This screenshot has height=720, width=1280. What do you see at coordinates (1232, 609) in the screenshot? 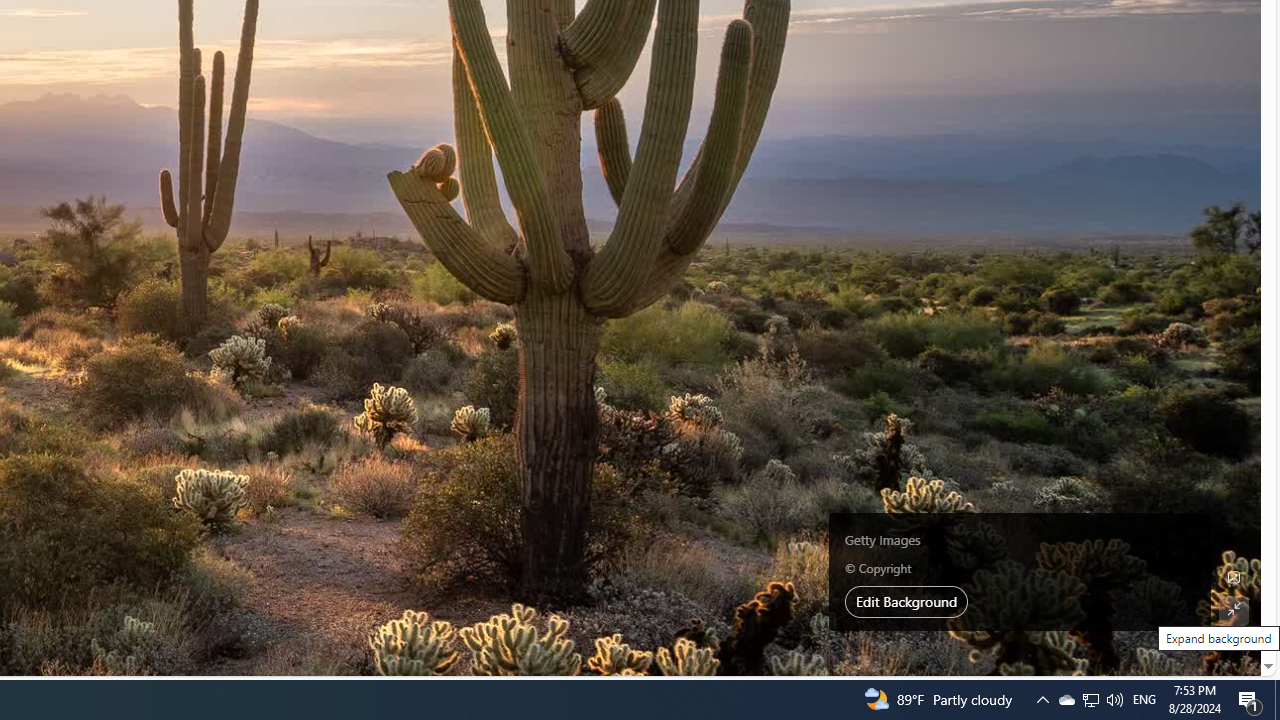
I see `'Expand background'` at bounding box center [1232, 609].